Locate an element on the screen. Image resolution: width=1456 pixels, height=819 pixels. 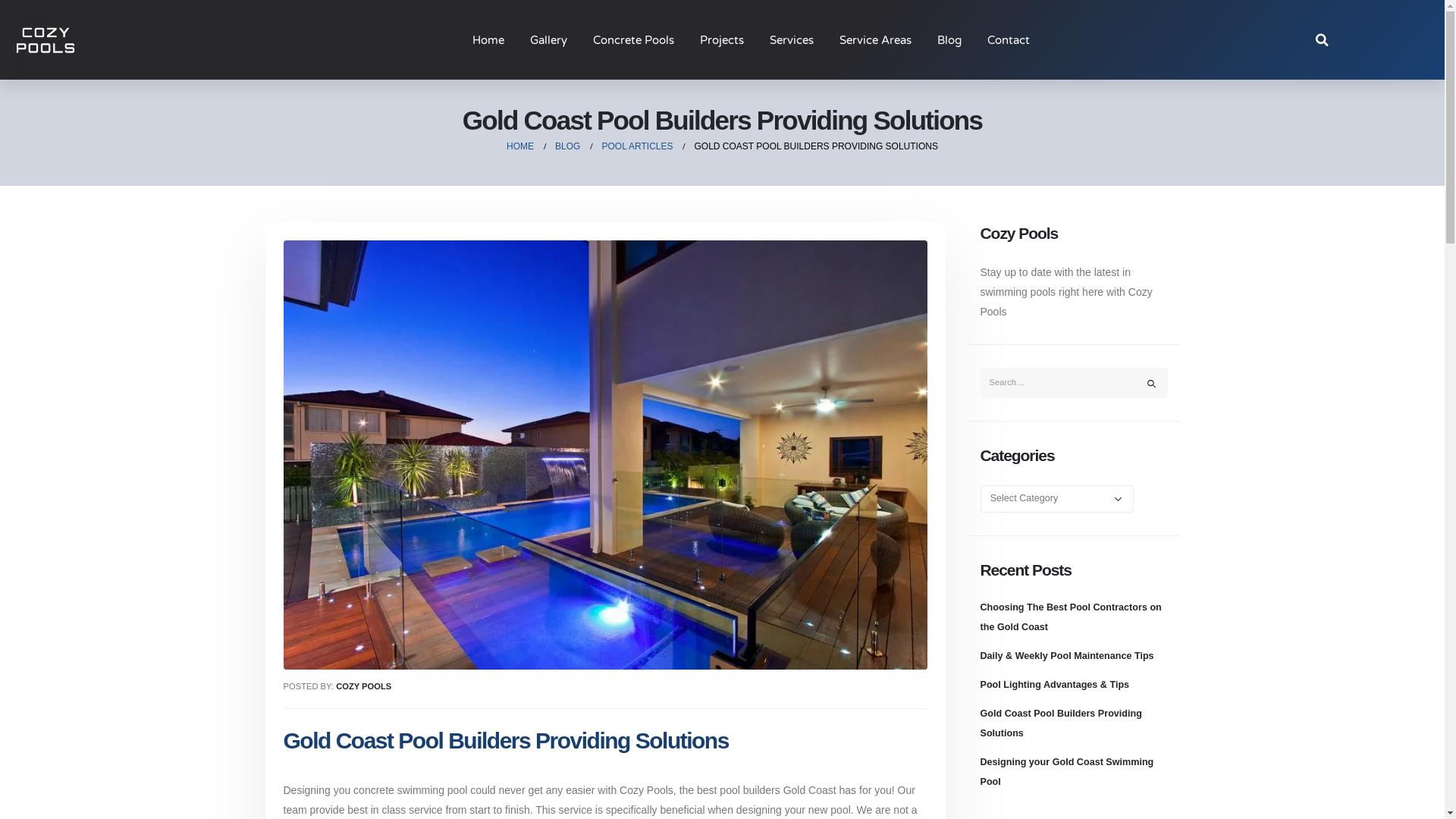
'Blog' is located at coordinates (949, 39).